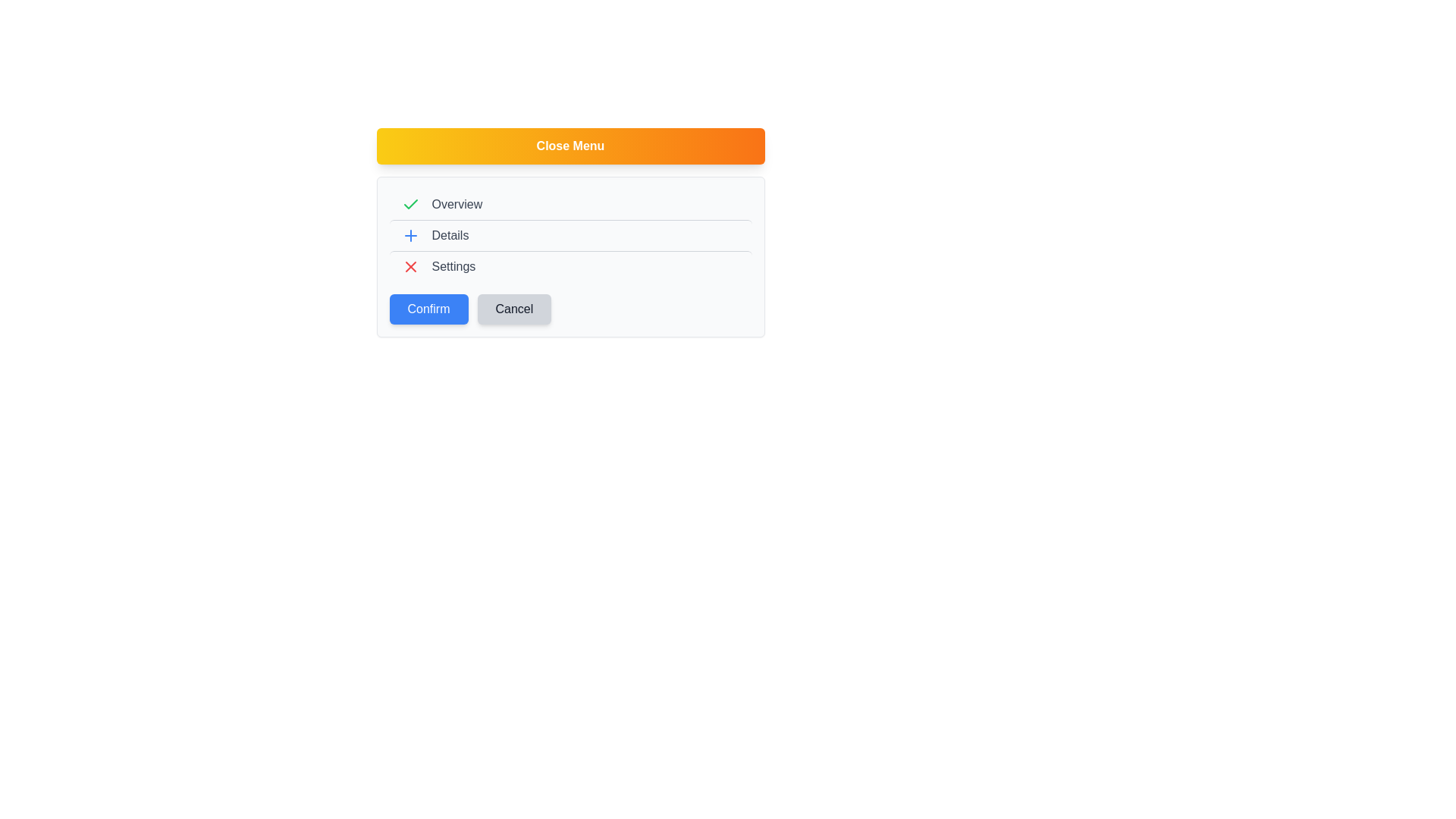 The height and width of the screenshot is (819, 1456). Describe the element at coordinates (513, 309) in the screenshot. I see `the 'Cancel' button` at that location.